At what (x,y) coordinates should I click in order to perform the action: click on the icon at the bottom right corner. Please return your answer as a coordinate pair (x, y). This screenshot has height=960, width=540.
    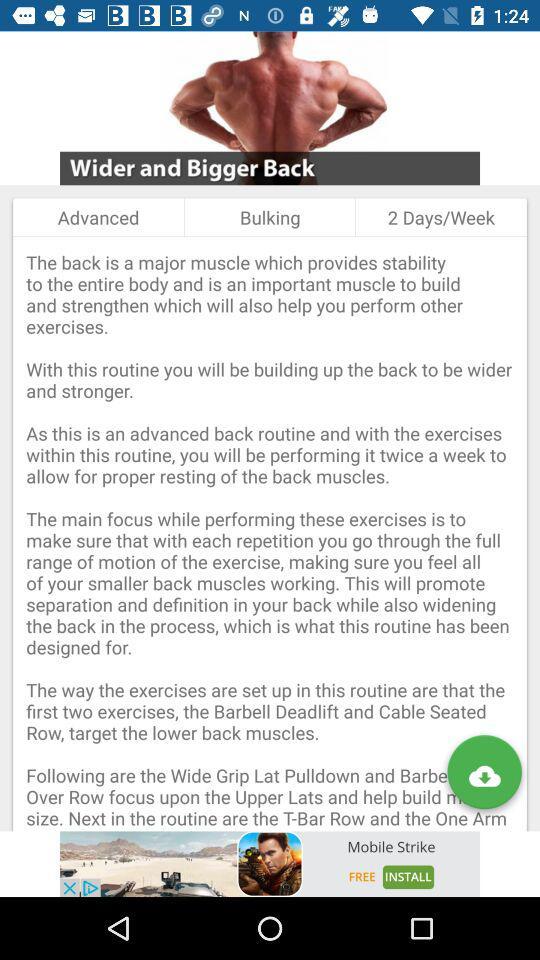
    Looking at the image, I should click on (483, 775).